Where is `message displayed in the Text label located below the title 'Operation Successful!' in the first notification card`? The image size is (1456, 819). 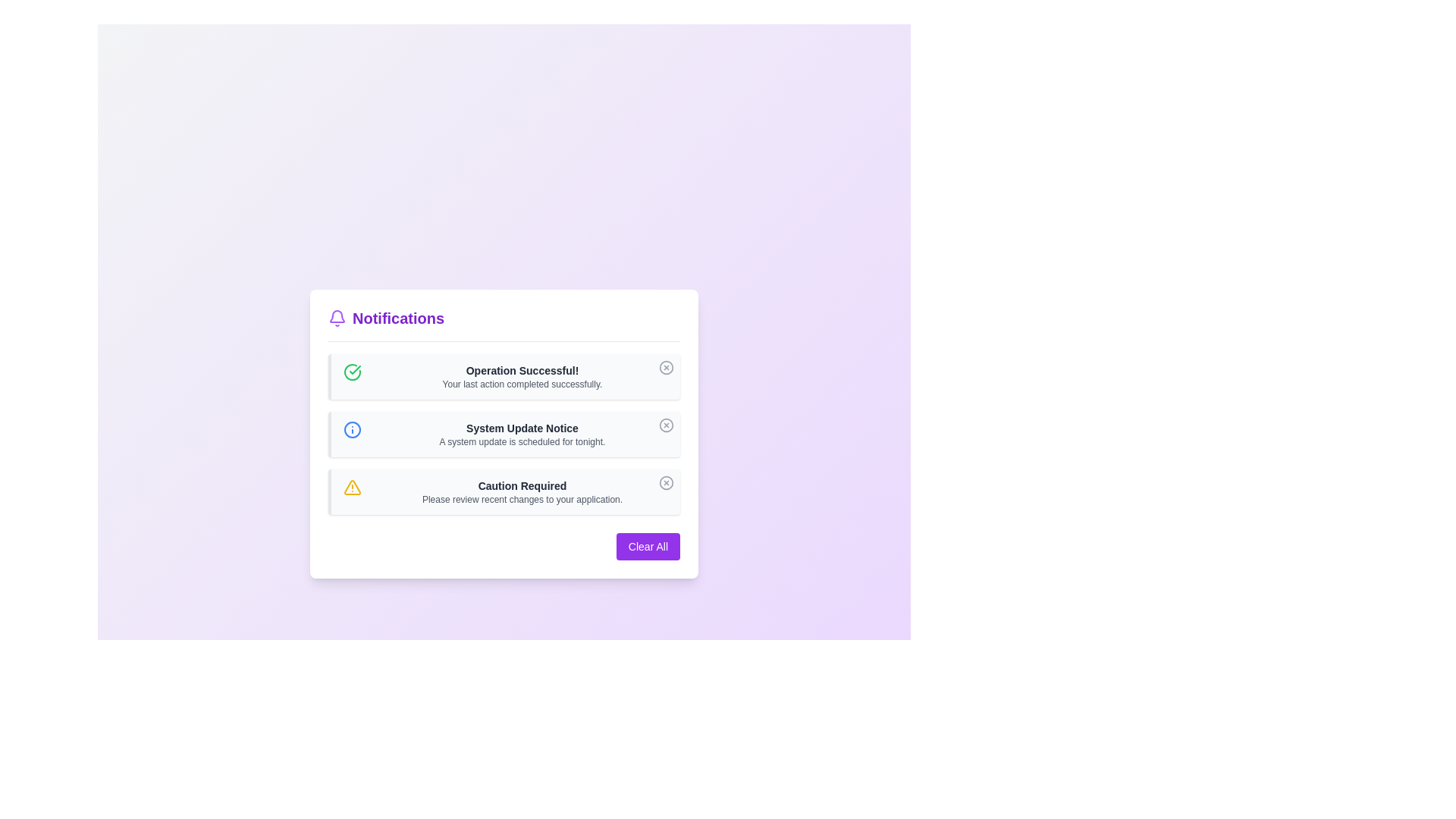
message displayed in the Text label located below the title 'Operation Successful!' in the first notification card is located at coordinates (522, 383).